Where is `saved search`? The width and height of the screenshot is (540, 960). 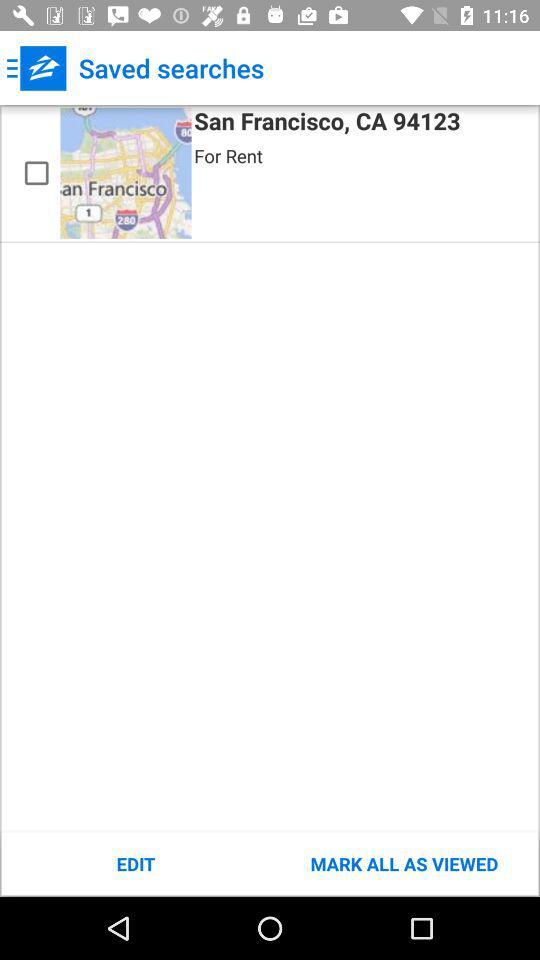 saved search is located at coordinates (36, 172).